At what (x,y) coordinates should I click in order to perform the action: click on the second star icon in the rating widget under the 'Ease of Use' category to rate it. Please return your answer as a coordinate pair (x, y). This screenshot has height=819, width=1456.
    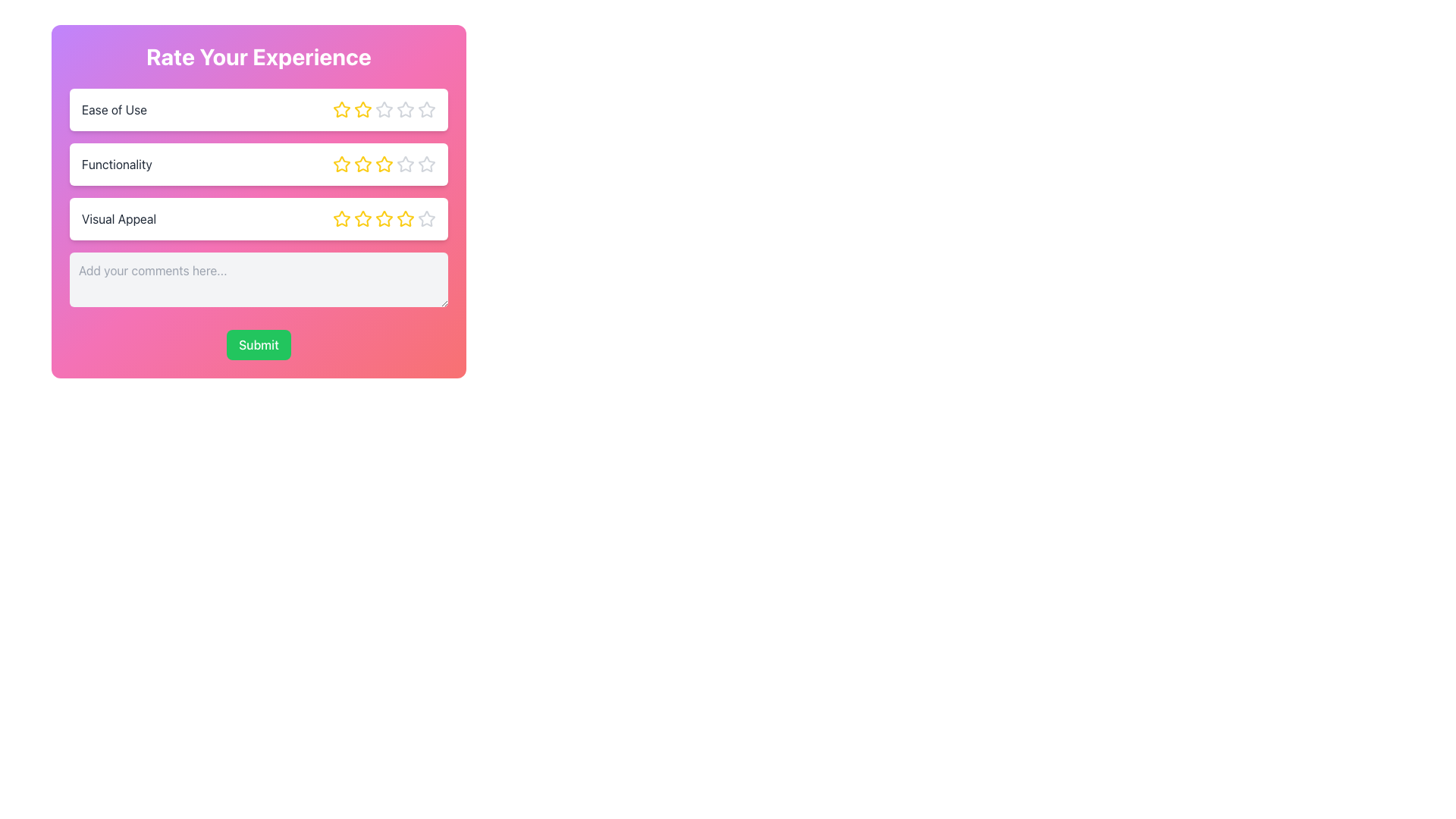
    Looking at the image, I should click on (362, 109).